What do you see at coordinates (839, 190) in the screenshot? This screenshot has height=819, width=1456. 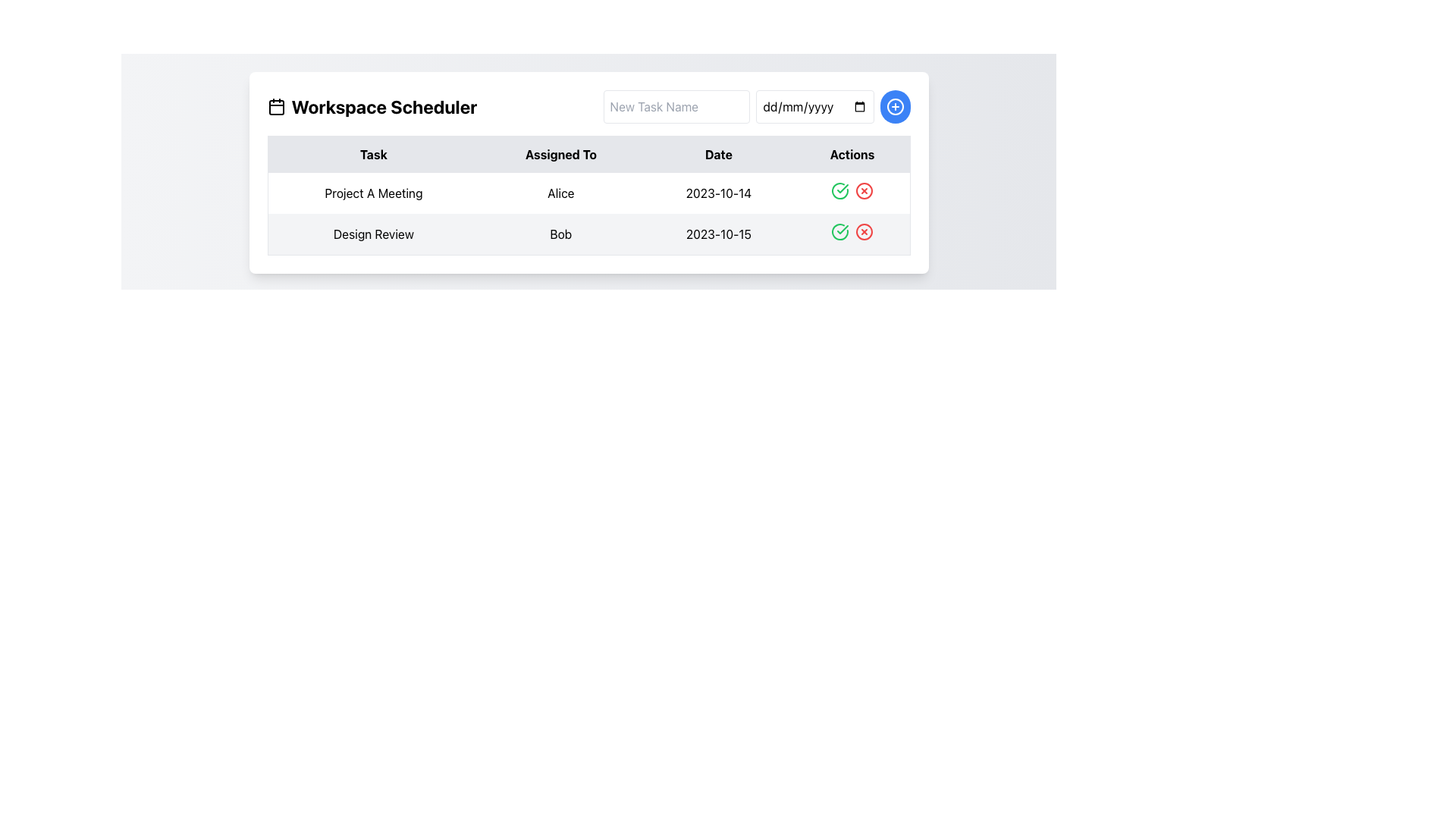 I see `the green circular button with a check mark inside to mark the task as approved or completed, located in the second row of the 'Workspace Scheduler' table` at bounding box center [839, 190].